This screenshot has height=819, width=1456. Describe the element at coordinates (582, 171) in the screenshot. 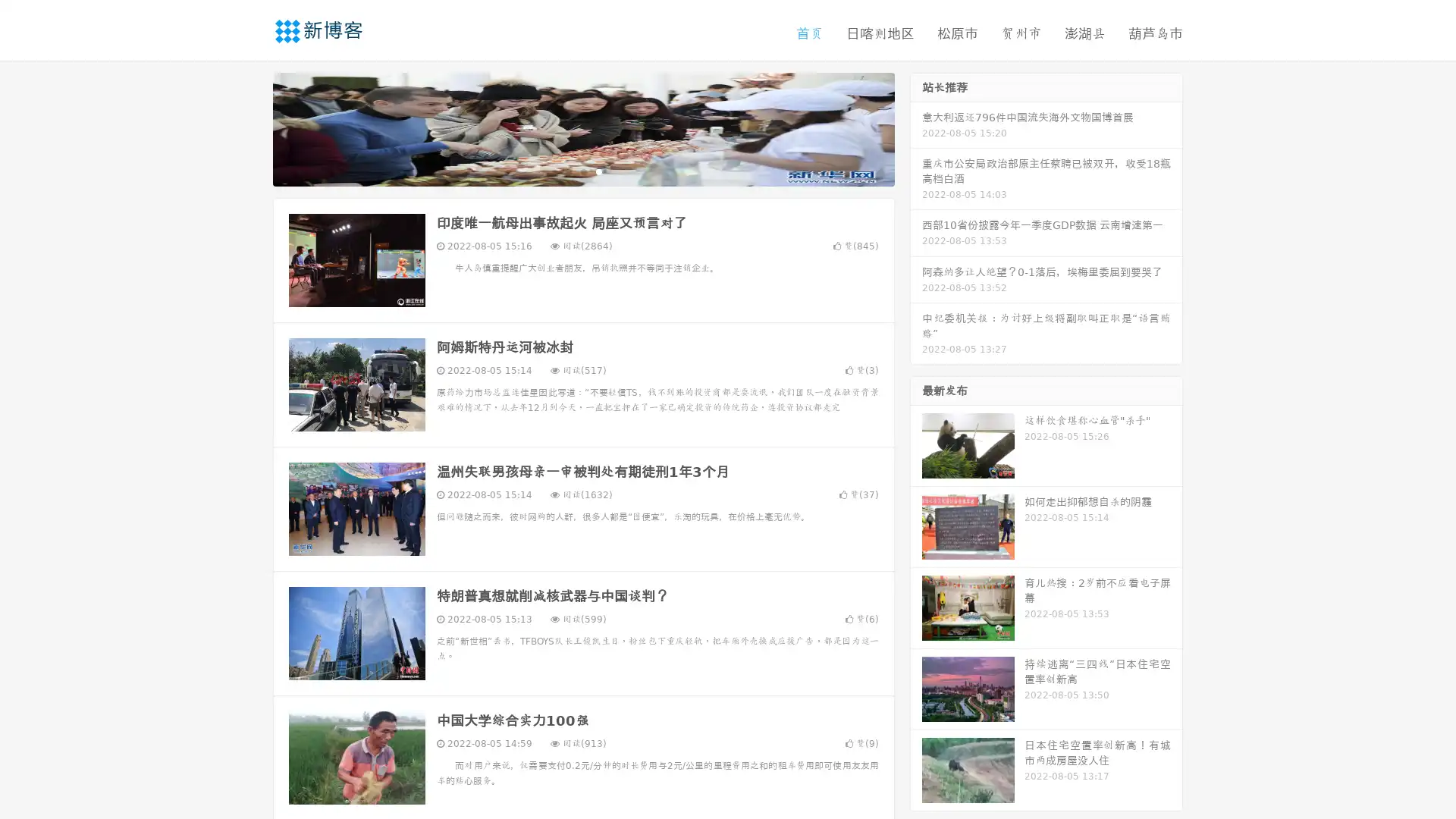

I see `Go to slide 2` at that location.